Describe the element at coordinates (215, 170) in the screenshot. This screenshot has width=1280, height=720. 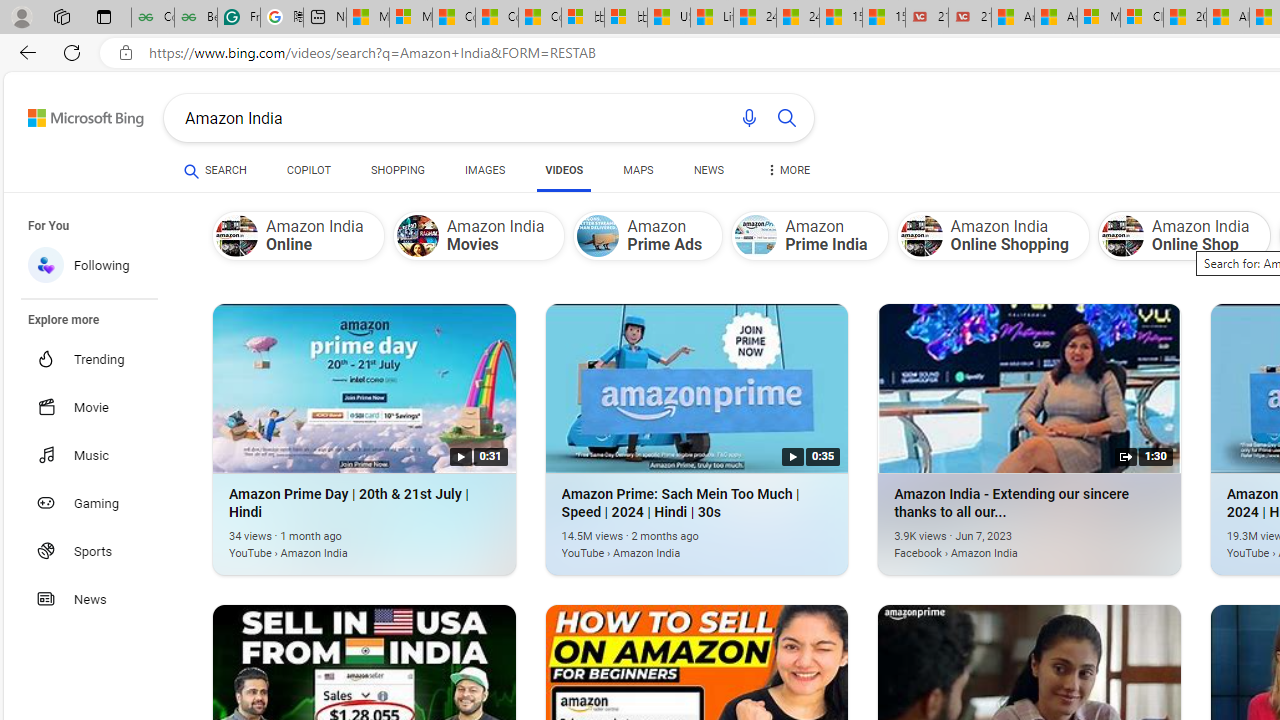
I see `'SEARCH'` at that location.